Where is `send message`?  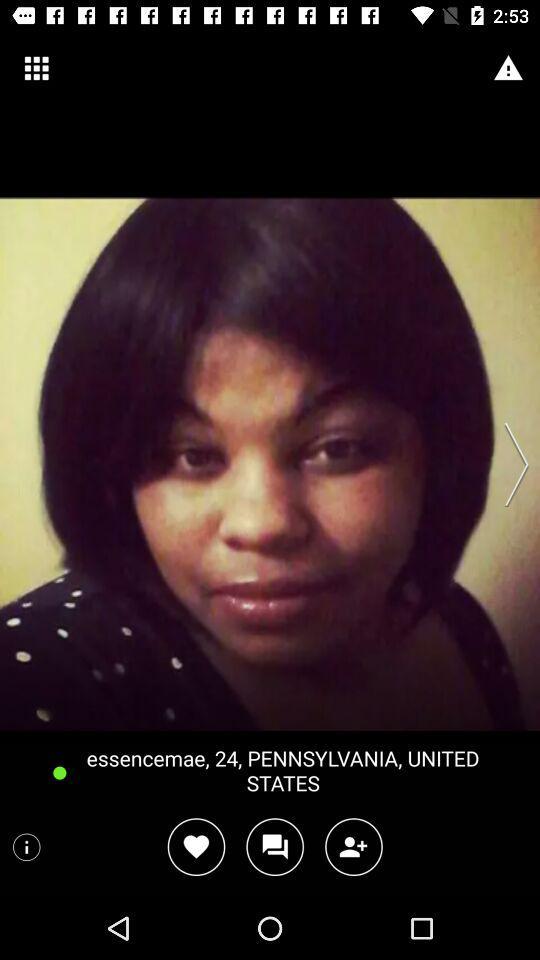 send message is located at coordinates (274, 846).